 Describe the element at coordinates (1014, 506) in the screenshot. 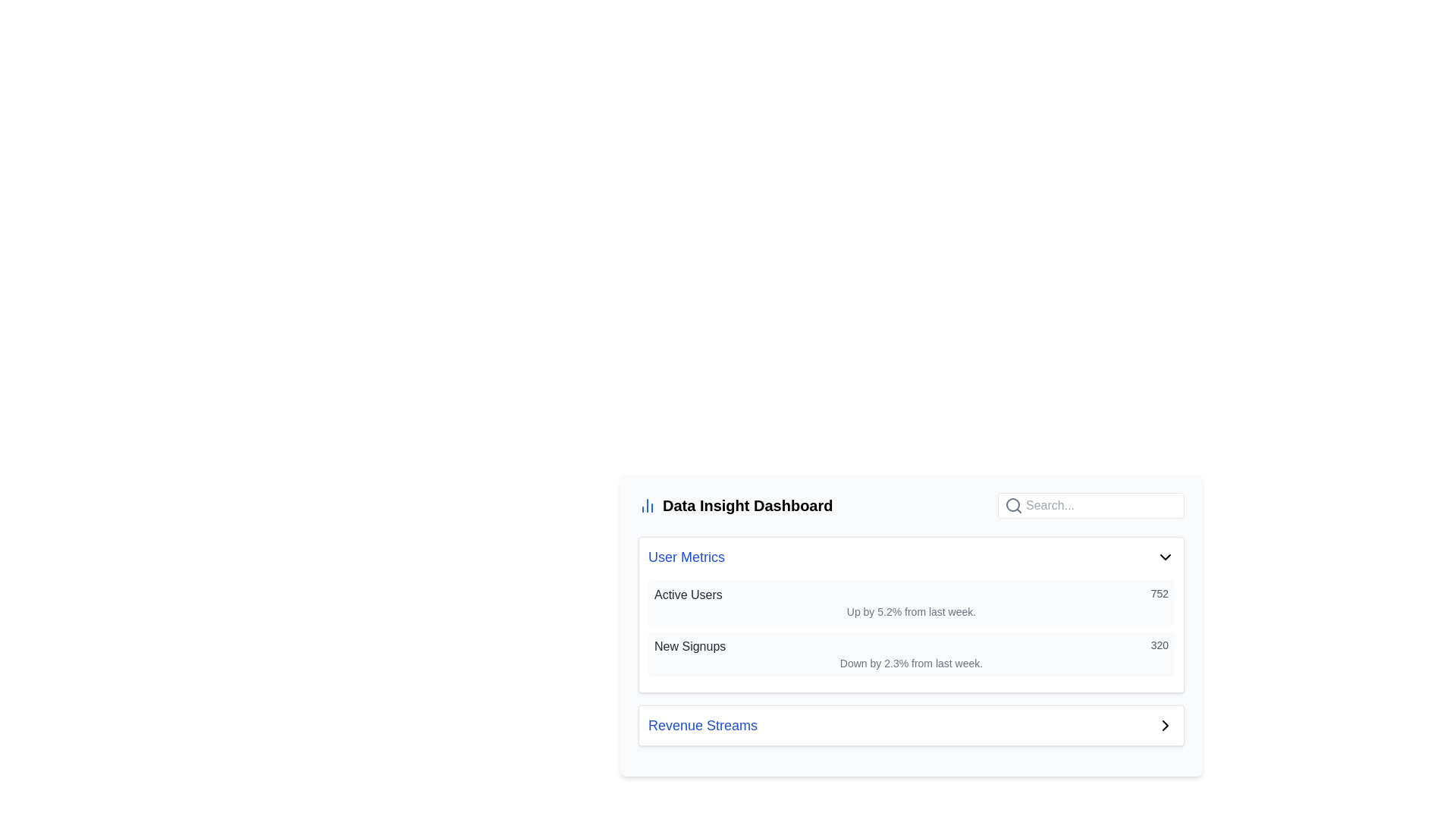

I see `the greyish magnifying glass icon located in the top-right corner of the dashboard's search bar` at that location.